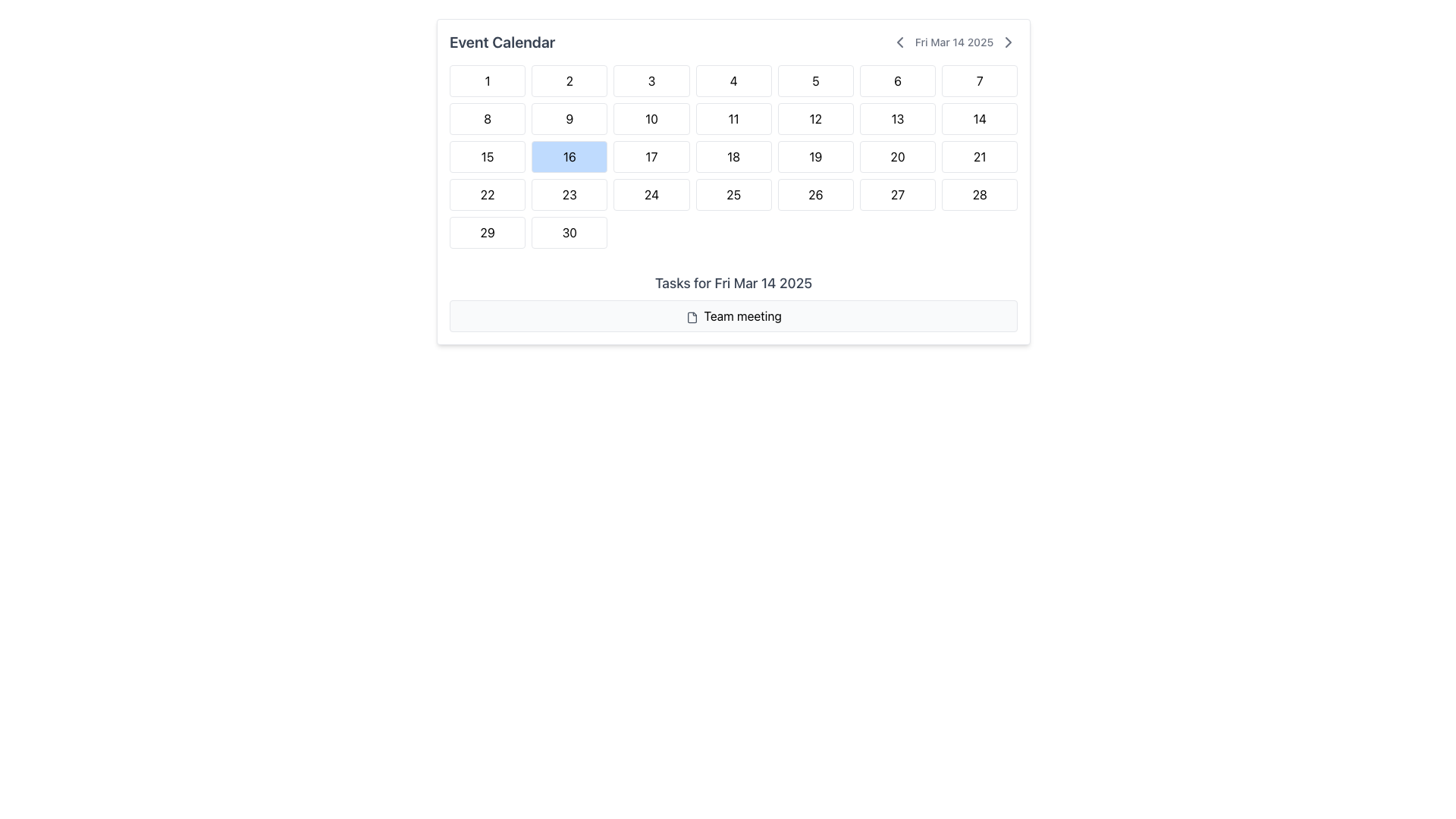  Describe the element at coordinates (814, 81) in the screenshot. I see `the Day cell displaying the number '5' in the first row, fifth column of the calendar grid` at that location.